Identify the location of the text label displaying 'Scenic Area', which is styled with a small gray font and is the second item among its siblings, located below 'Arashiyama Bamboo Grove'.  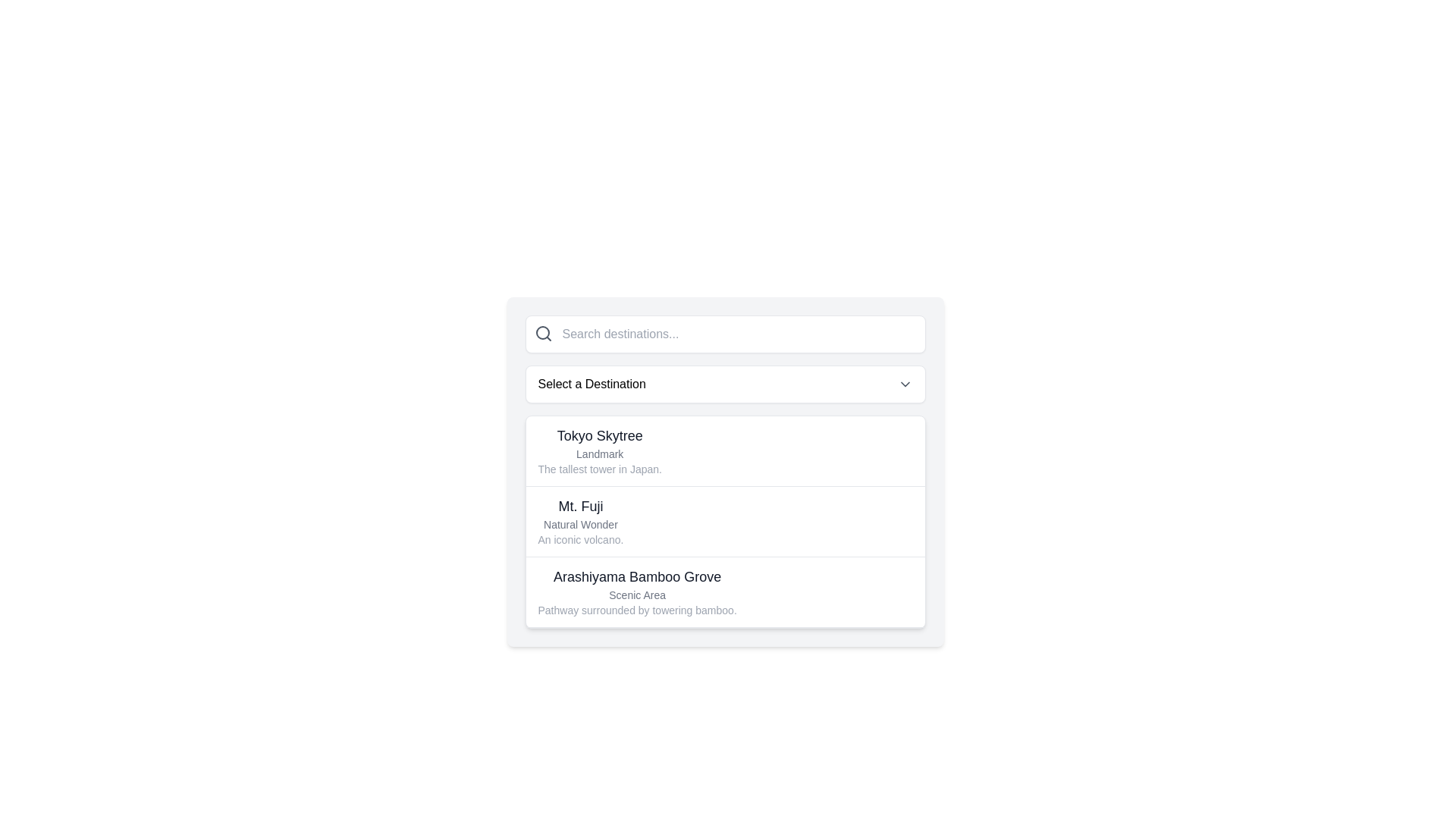
(637, 595).